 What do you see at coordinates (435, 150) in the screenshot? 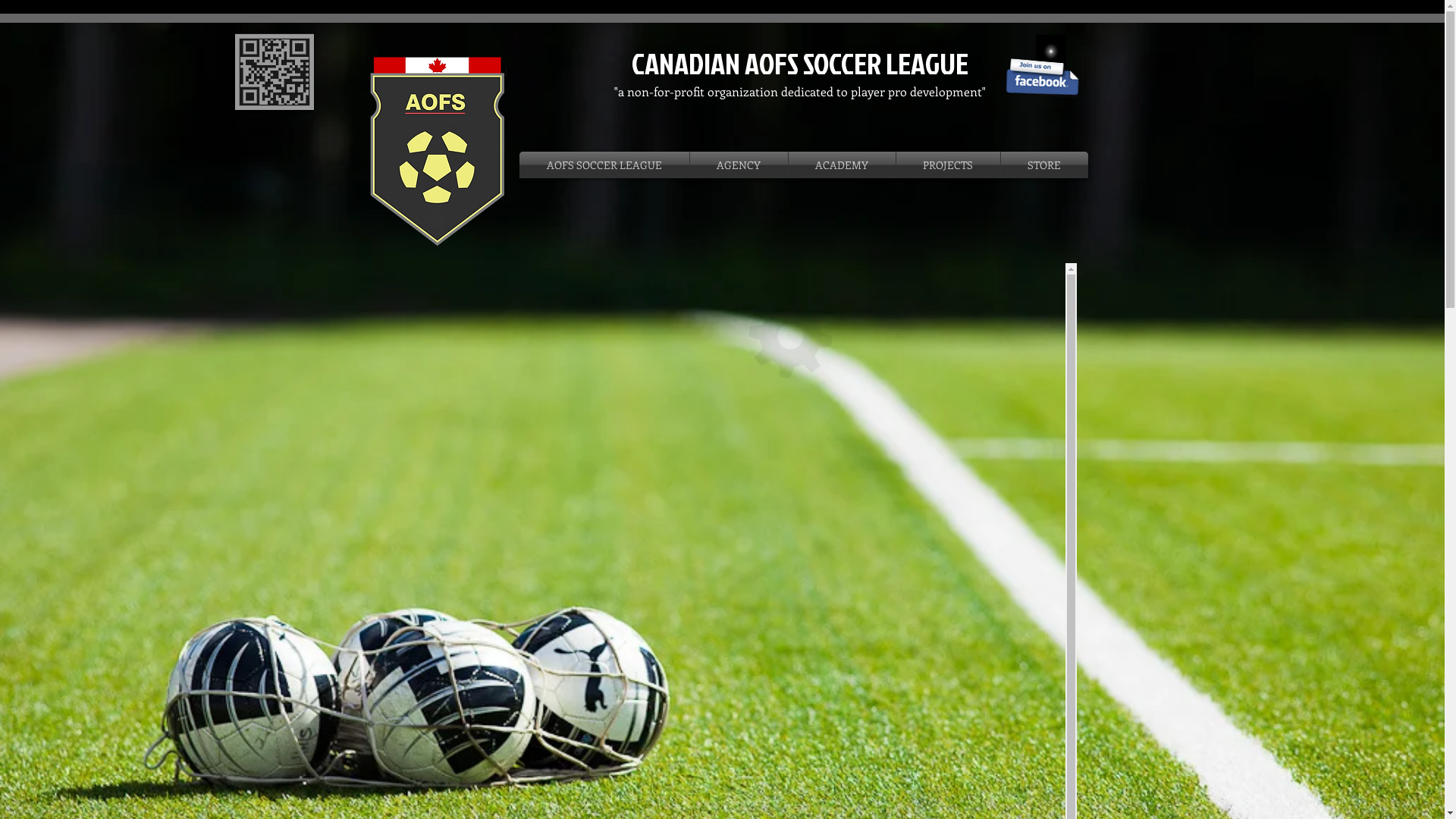
I see `'newaofslogo77s_edited.png'` at bounding box center [435, 150].